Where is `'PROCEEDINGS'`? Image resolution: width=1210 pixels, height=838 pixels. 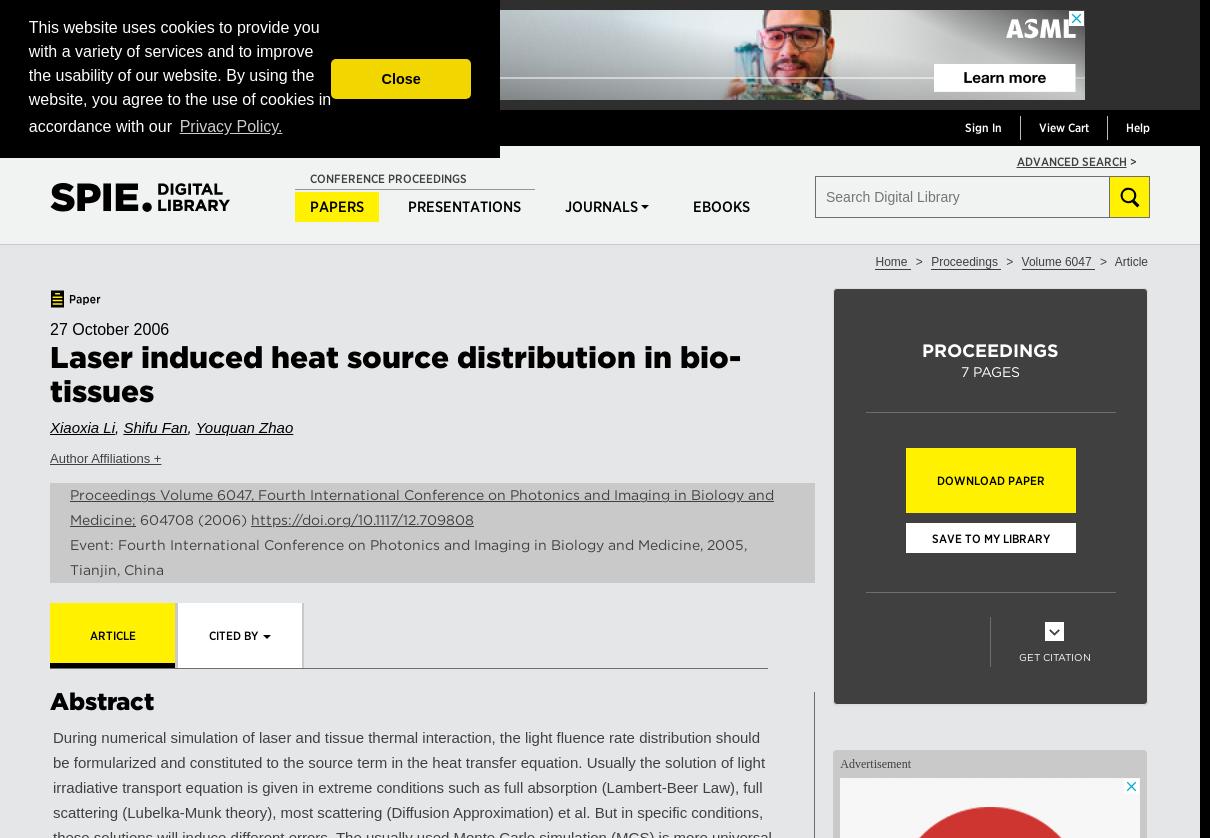 'PROCEEDINGS' is located at coordinates (990, 349).